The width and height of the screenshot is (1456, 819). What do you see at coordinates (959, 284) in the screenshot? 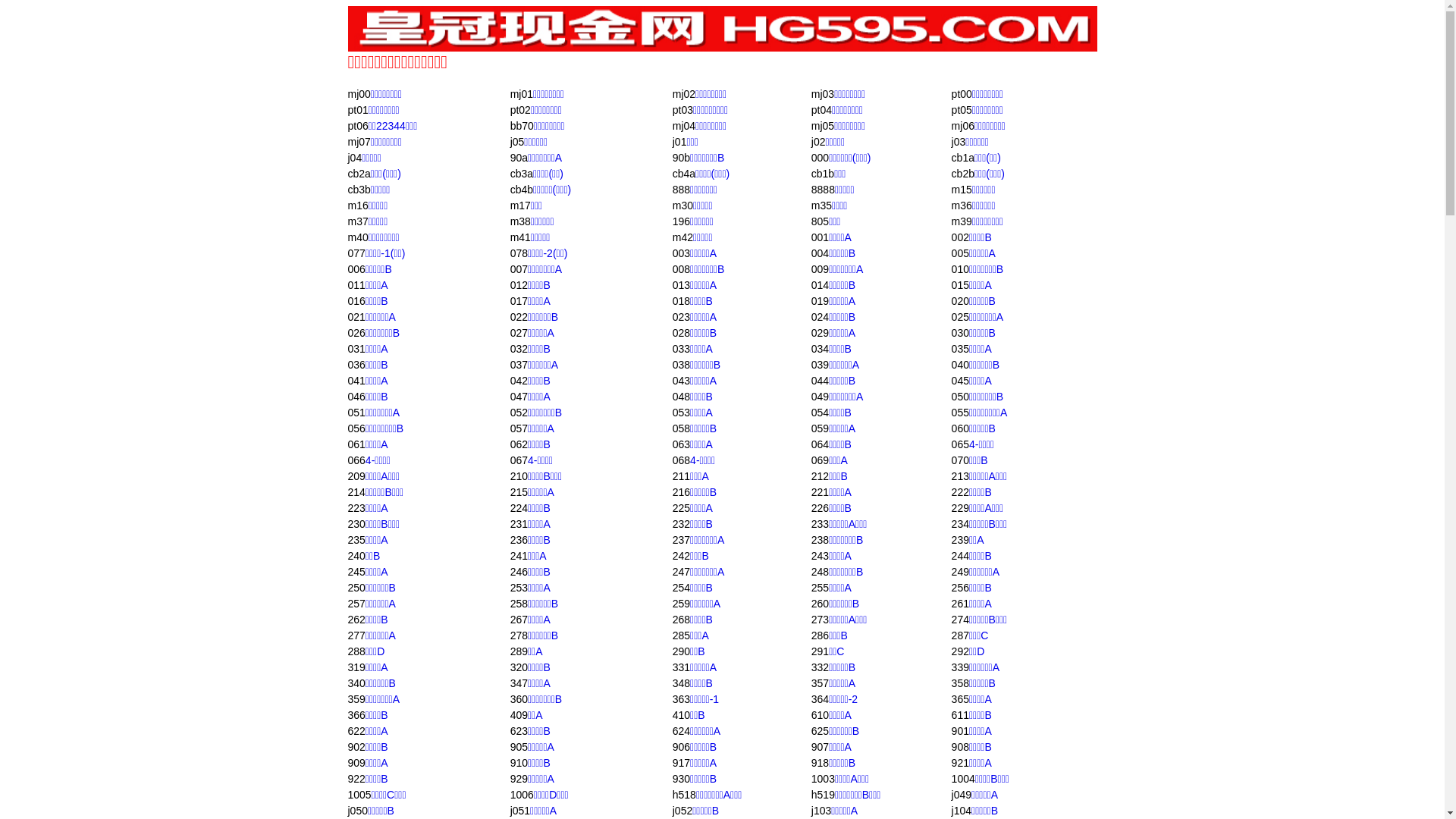
I see `'015'` at bounding box center [959, 284].